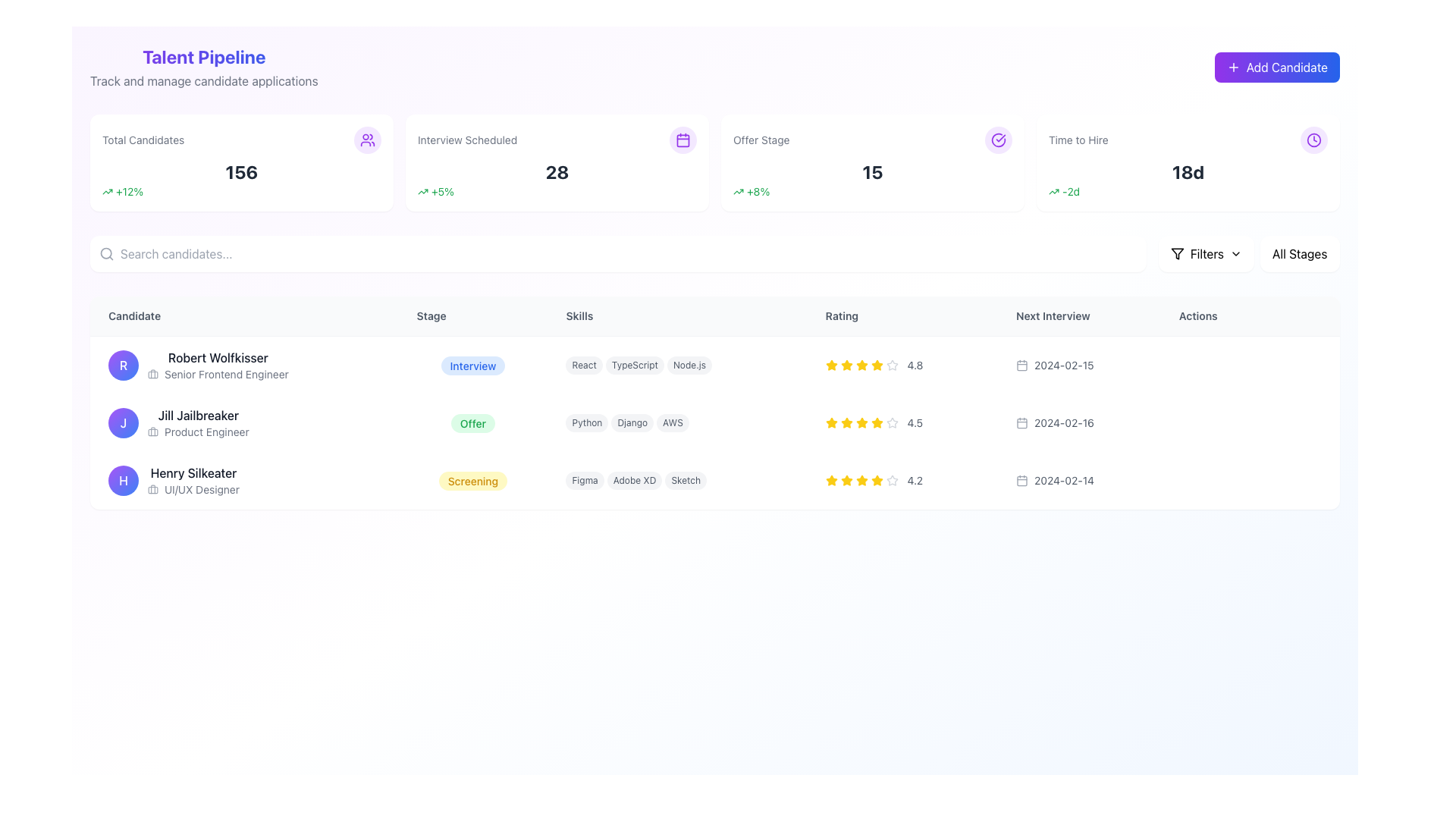 Image resolution: width=1456 pixels, height=819 pixels. Describe the element at coordinates (676, 423) in the screenshot. I see `the static Tag group displaying the skills of the candidate 'Jill Jailbreaker', located in the 'Skills' column of the second row in the 'Talent Pipeline' table` at that location.